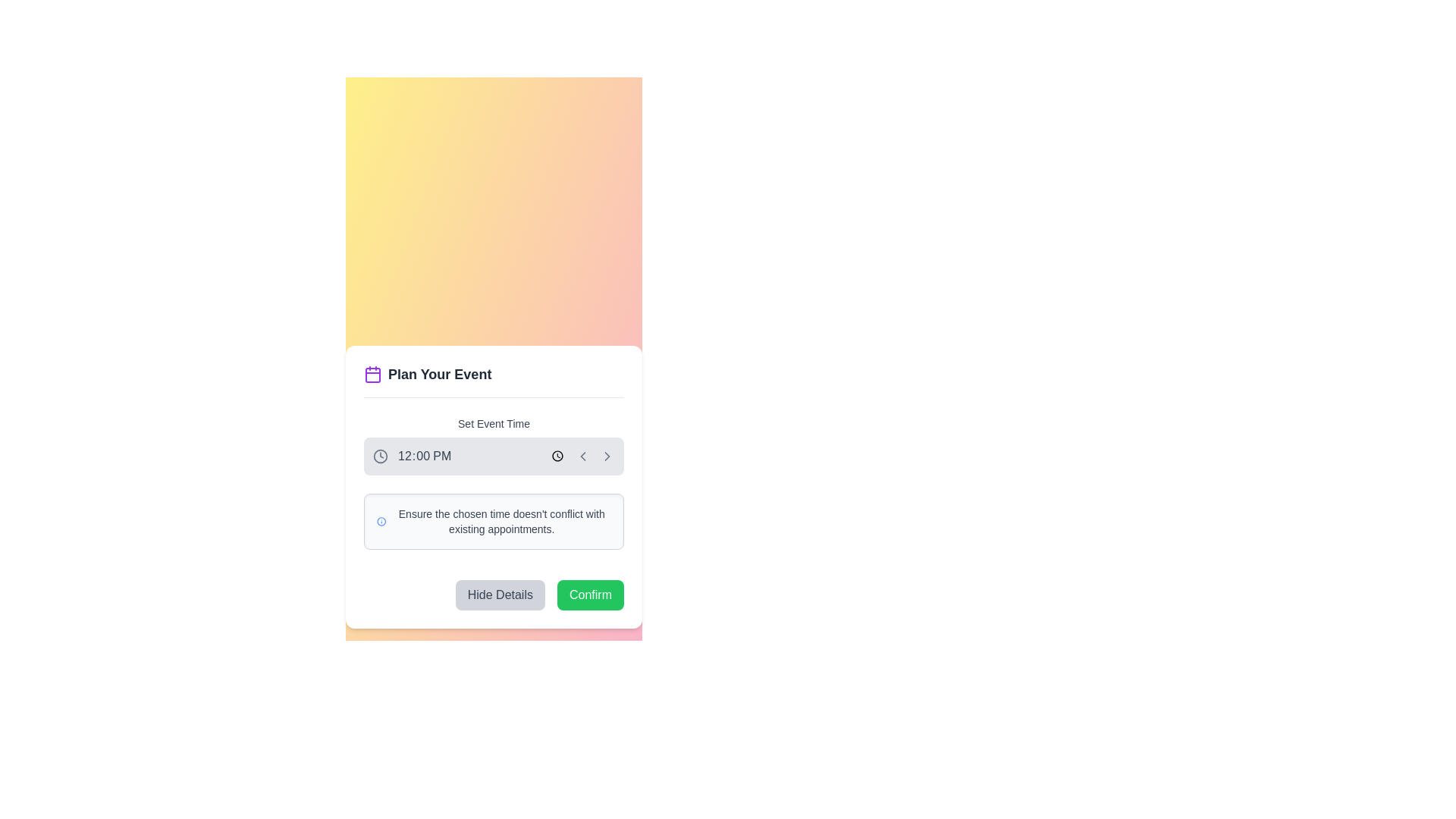  I want to click on the left arrow in the 'Set Event Time' input field group to decrease the time displayed, so click(494, 444).